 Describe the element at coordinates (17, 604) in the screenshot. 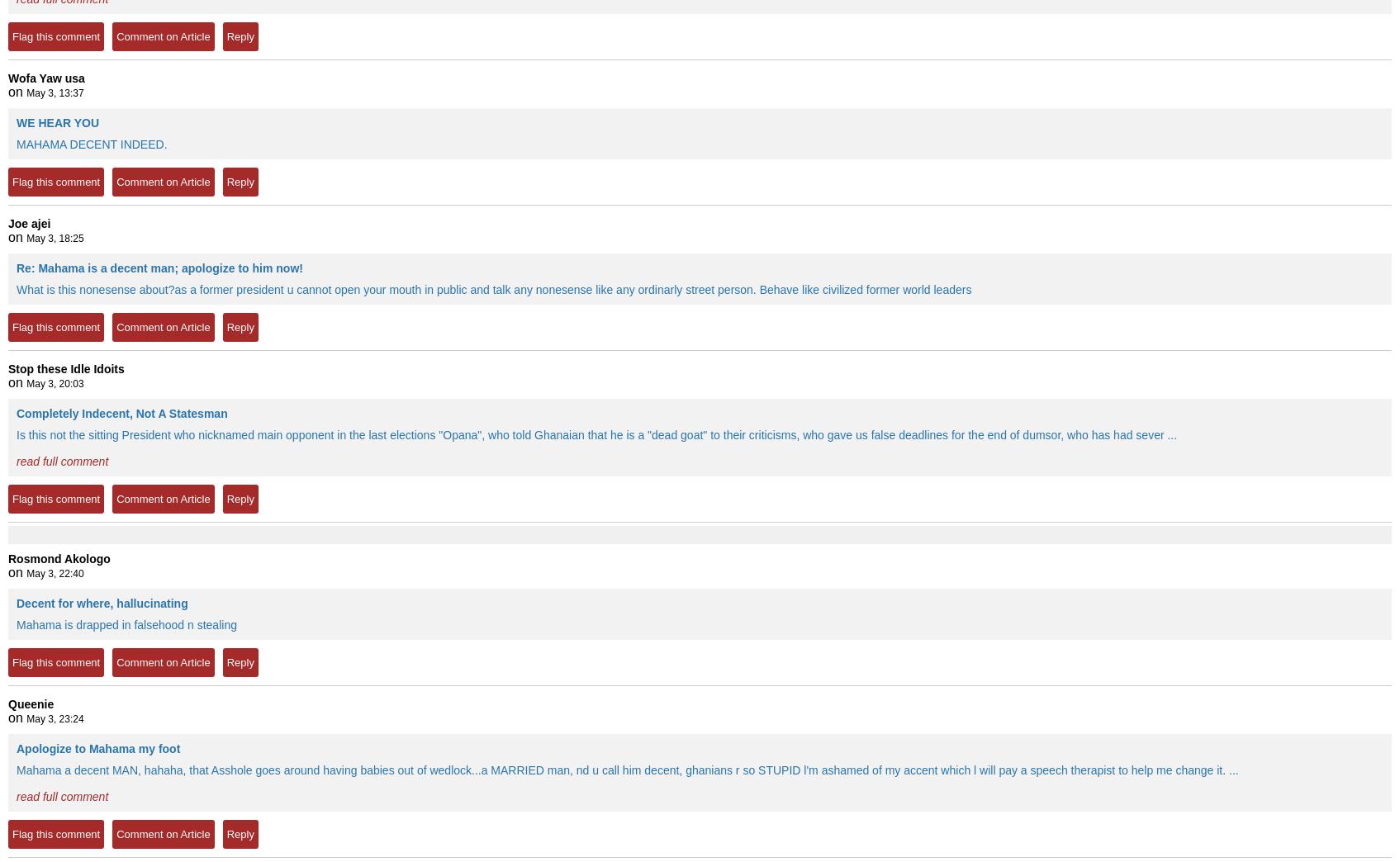

I see `'Decent for where, hallucinating'` at that location.